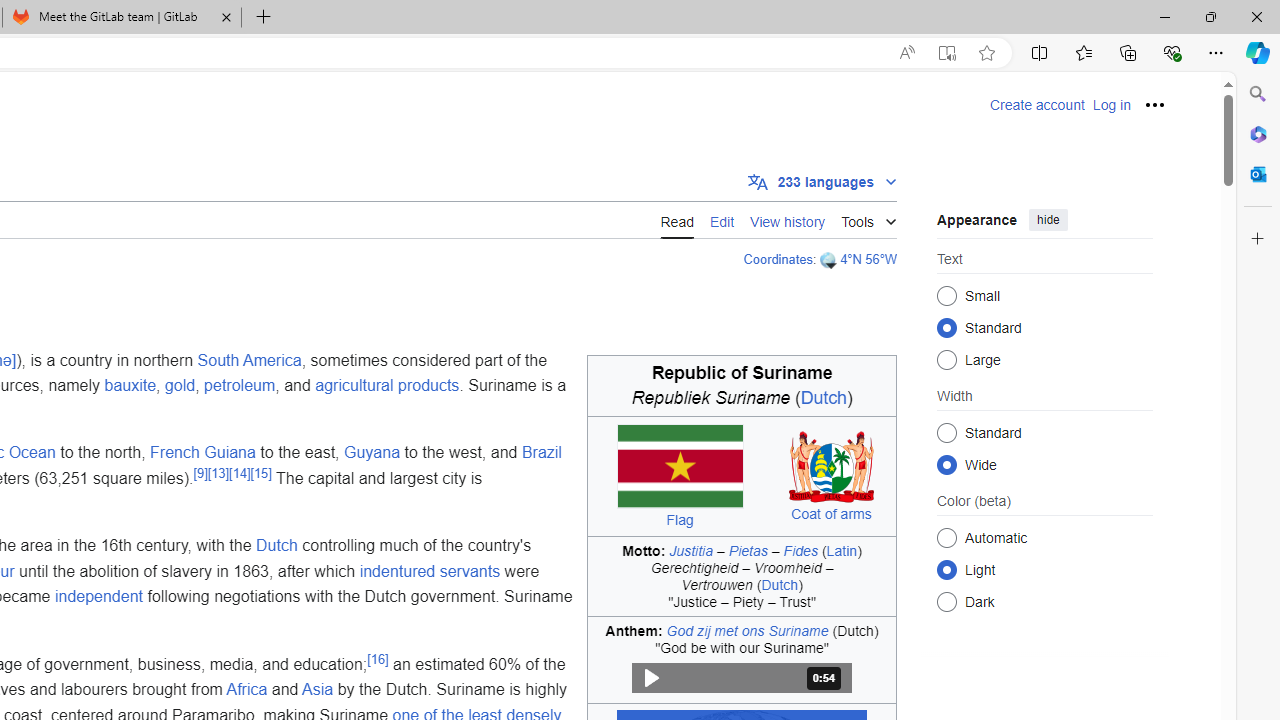 The image size is (1280, 720). Describe the element at coordinates (1037, 105) in the screenshot. I see `'Create account'` at that location.